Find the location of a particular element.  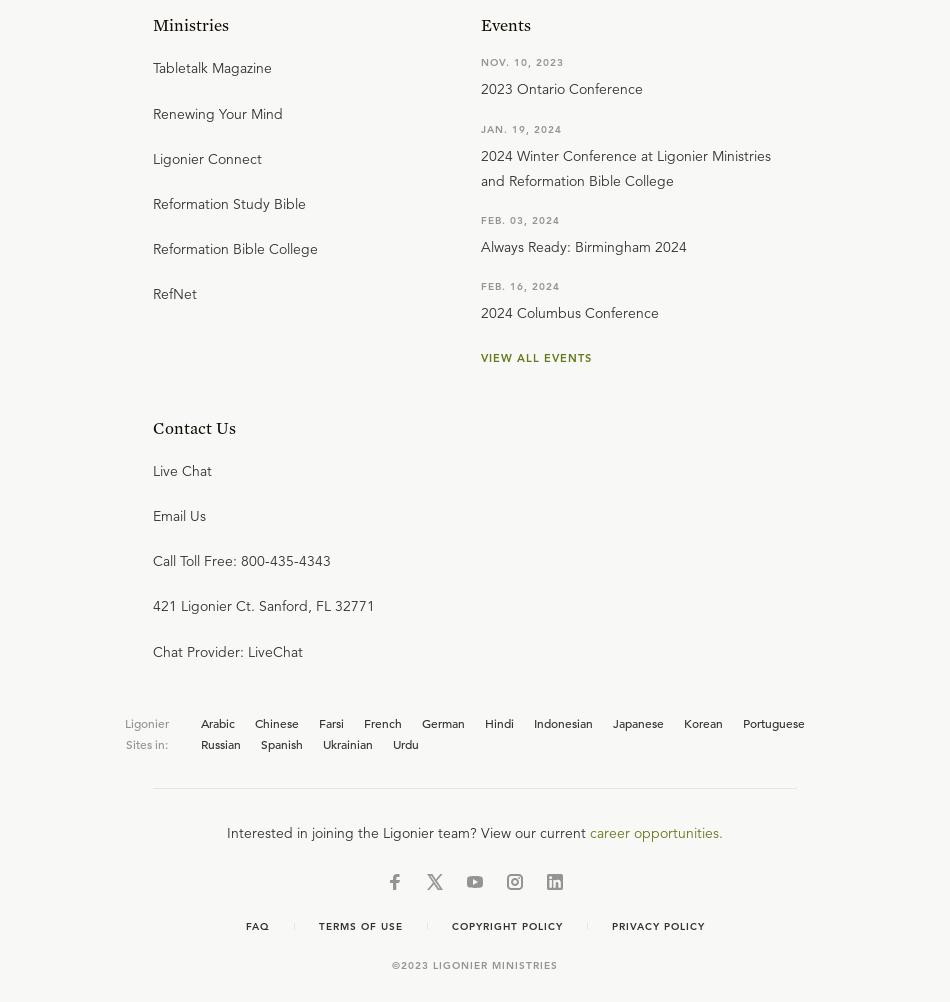

'2024 Columbus Conference' is located at coordinates (570, 312).